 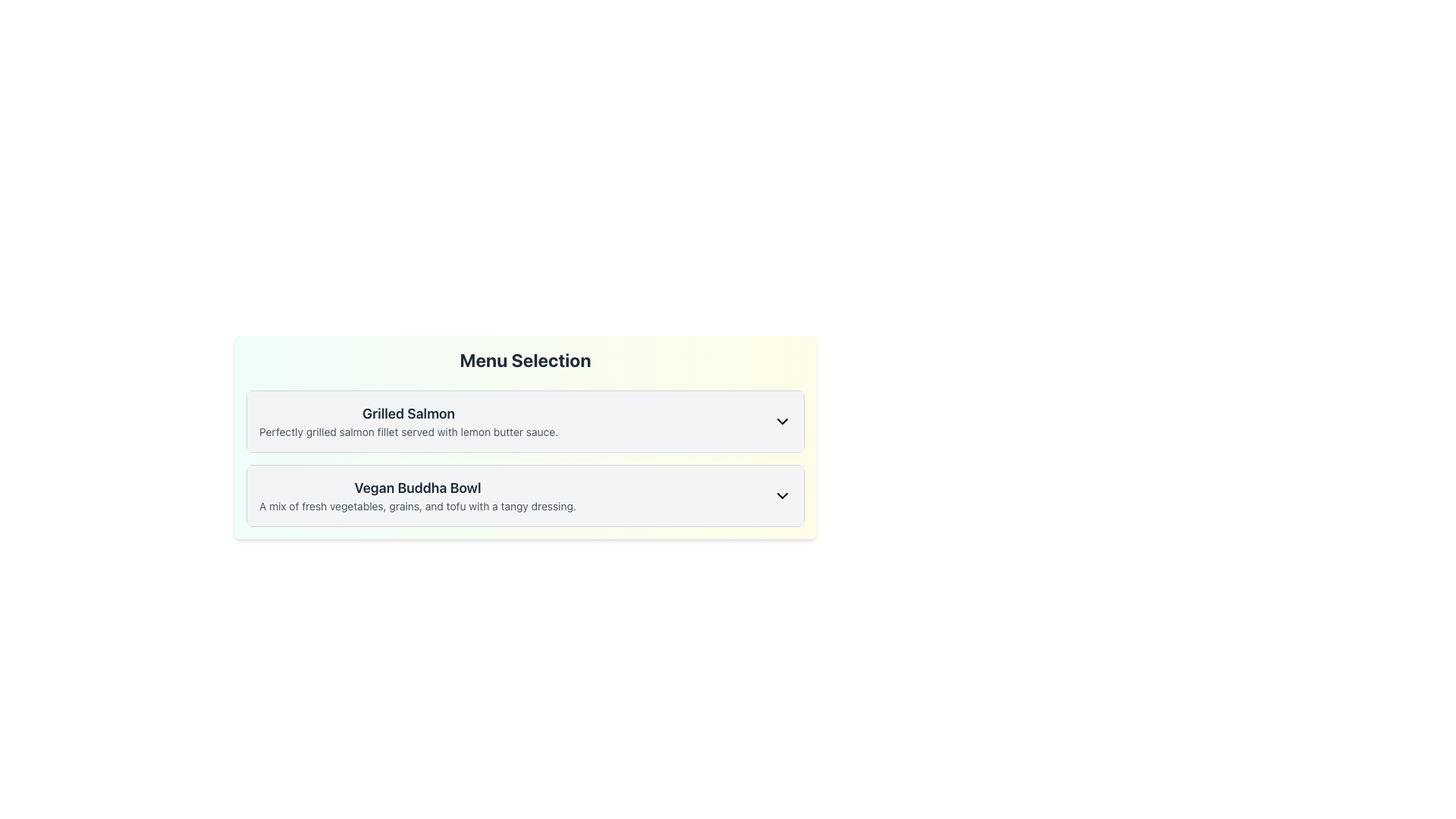 I want to click on the 'Vegan Buddha Bowl' menu option in the dropdown list to trigger hover effects, so click(x=525, y=496).